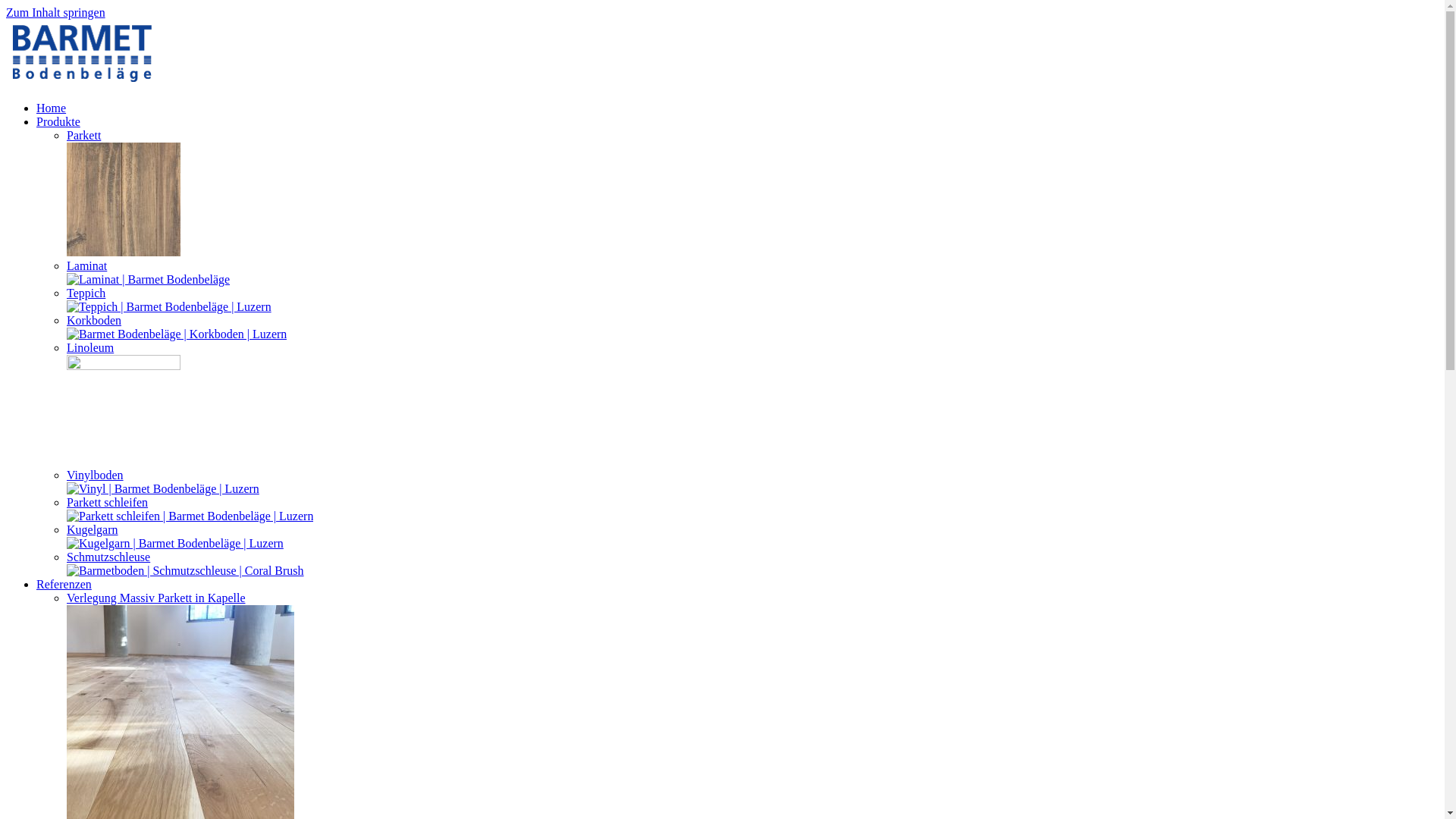 This screenshot has width=1456, height=819. Describe the element at coordinates (55, 12) in the screenshot. I see `'Zum Inhalt springen'` at that location.